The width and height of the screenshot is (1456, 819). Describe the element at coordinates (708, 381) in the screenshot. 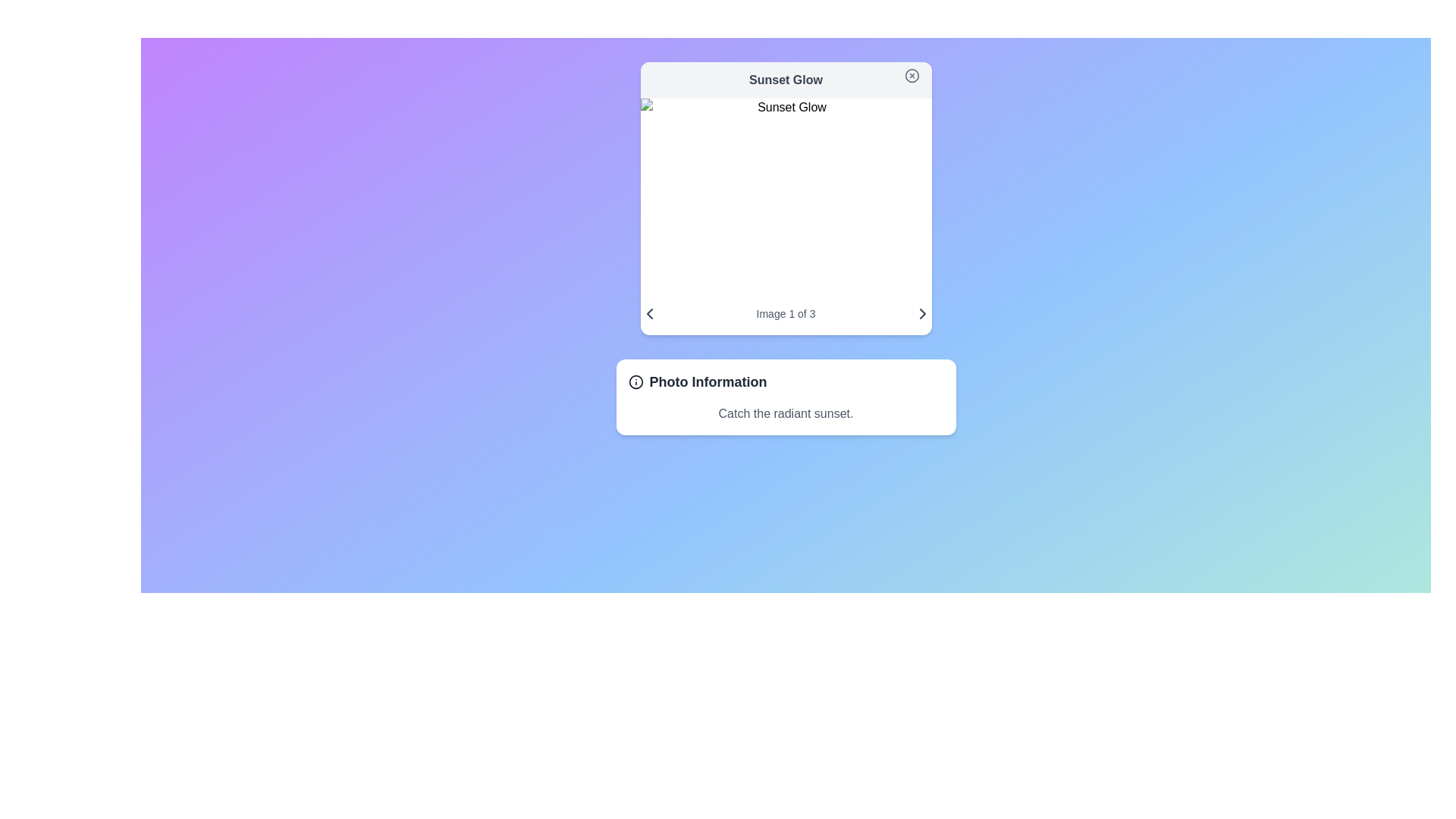

I see `the bold text label stating 'Photo Information' which is located below an image display component and above descriptive text, aligned horizontally next to a circular information icon` at that location.